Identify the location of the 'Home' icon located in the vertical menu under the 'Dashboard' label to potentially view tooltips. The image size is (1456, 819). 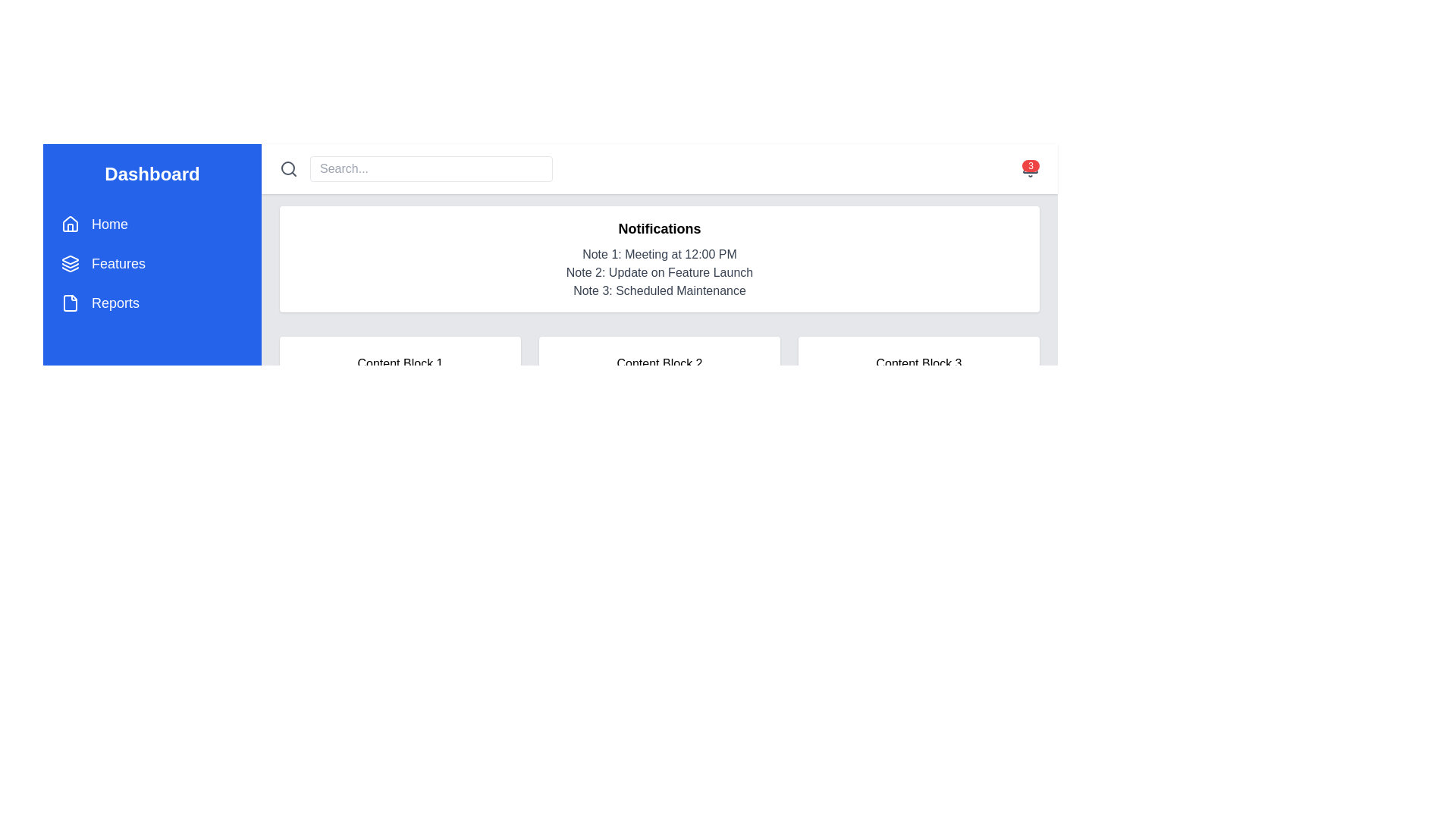
(69, 224).